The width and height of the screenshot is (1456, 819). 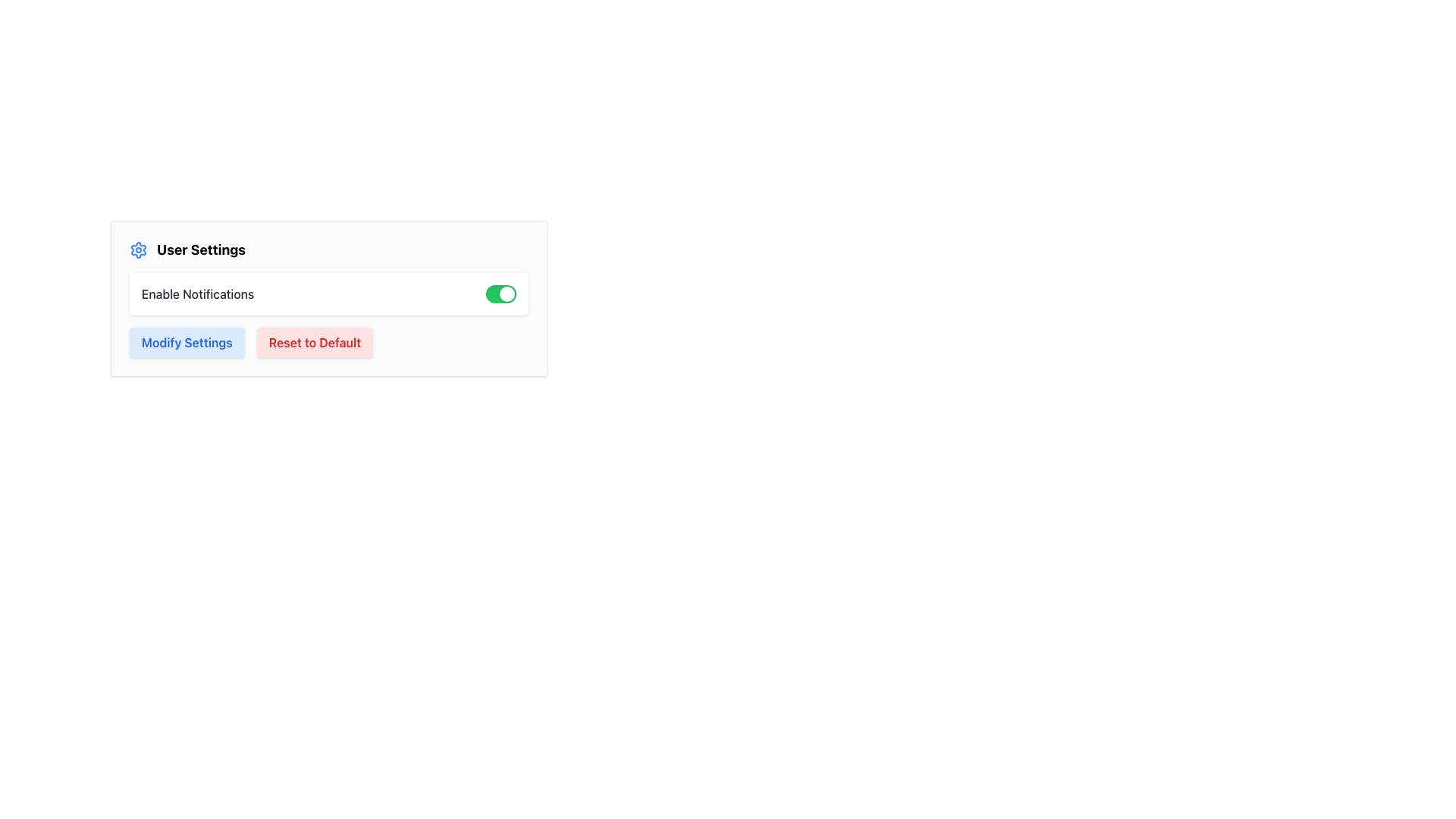 I want to click on the blue gear-like icon that represents the settings configuration, located to the left of the 'User Settings' title text in the top-left corner of the User Settings card, so click(x=138, y=249).